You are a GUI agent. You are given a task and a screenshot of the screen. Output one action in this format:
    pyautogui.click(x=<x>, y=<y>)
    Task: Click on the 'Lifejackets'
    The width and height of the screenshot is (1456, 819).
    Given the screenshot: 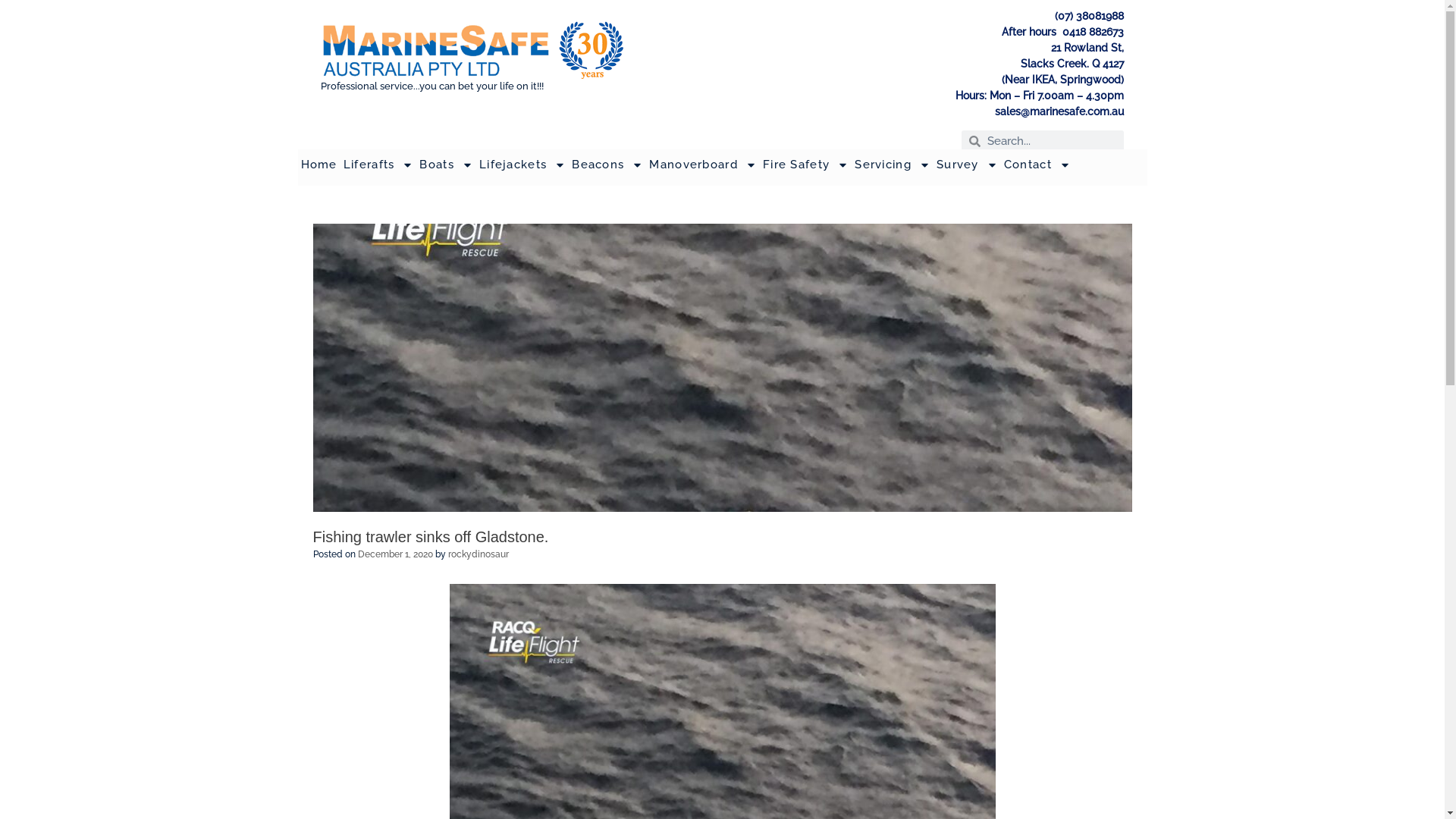 What is the action you would take?
    pyautogui.click(x=522, y=165)
    